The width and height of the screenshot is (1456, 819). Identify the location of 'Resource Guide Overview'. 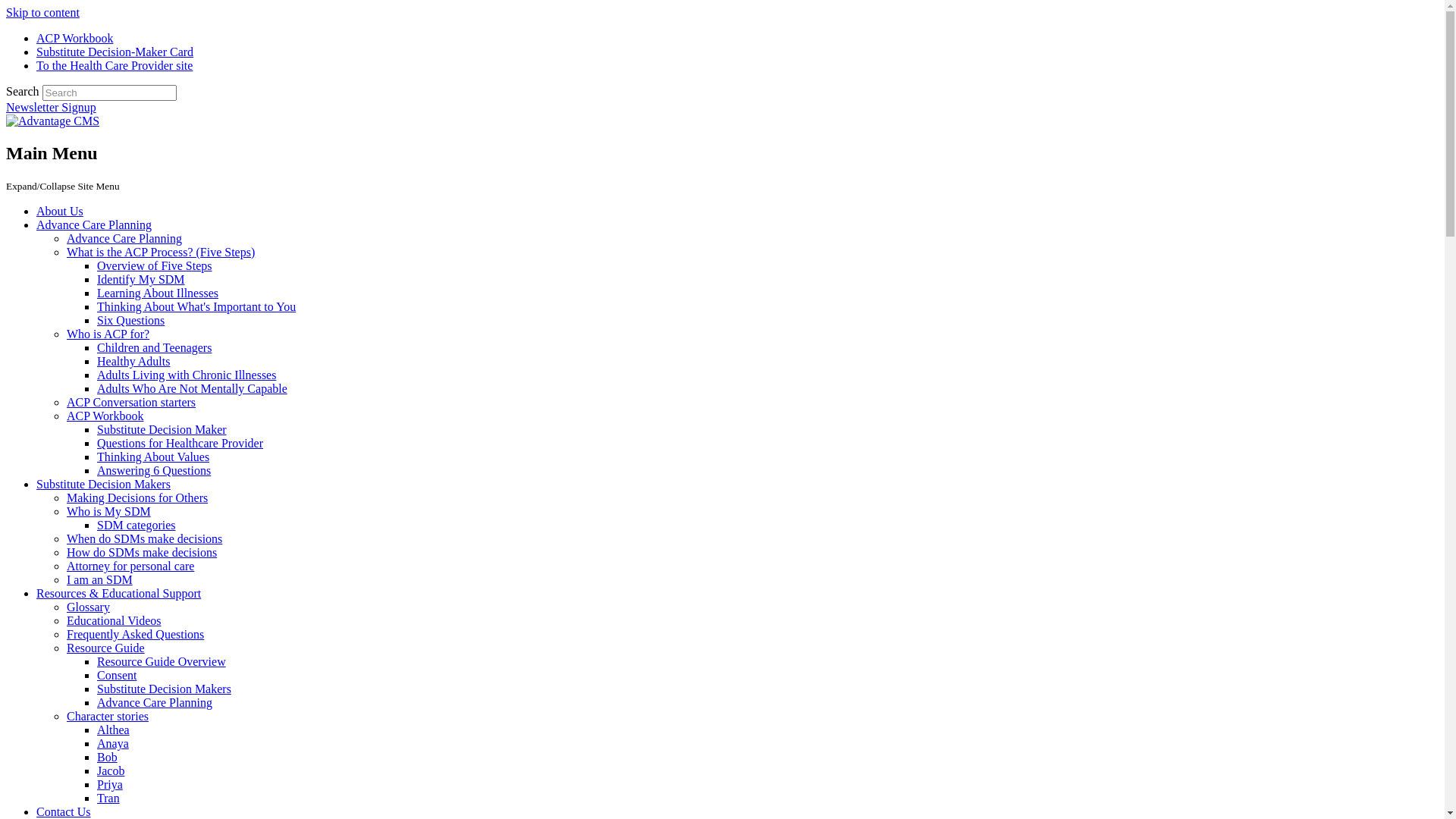
(96, 661).